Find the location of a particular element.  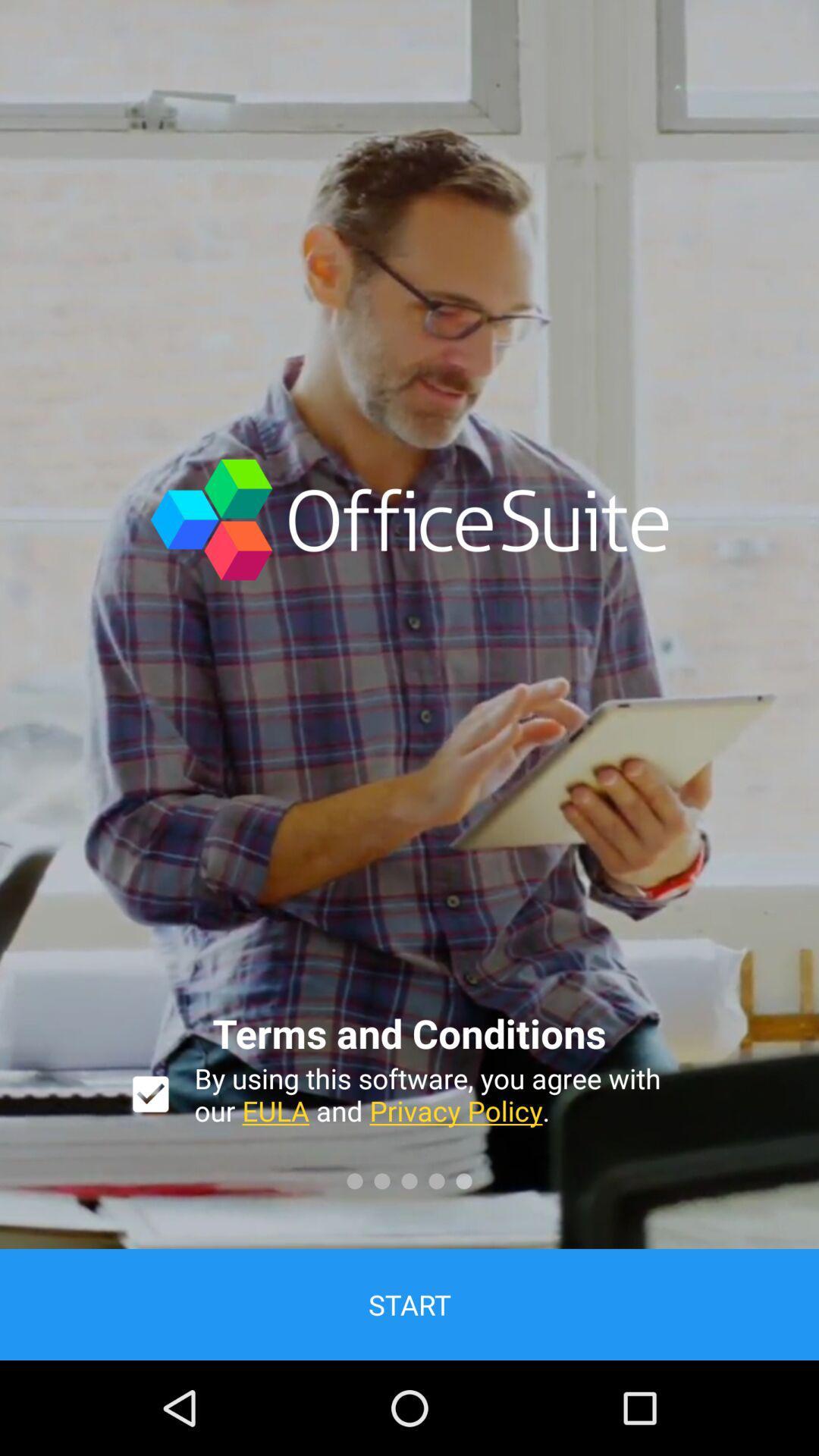

the fourth circle symbol below privacy policy is located at coordinates (436, 1180).